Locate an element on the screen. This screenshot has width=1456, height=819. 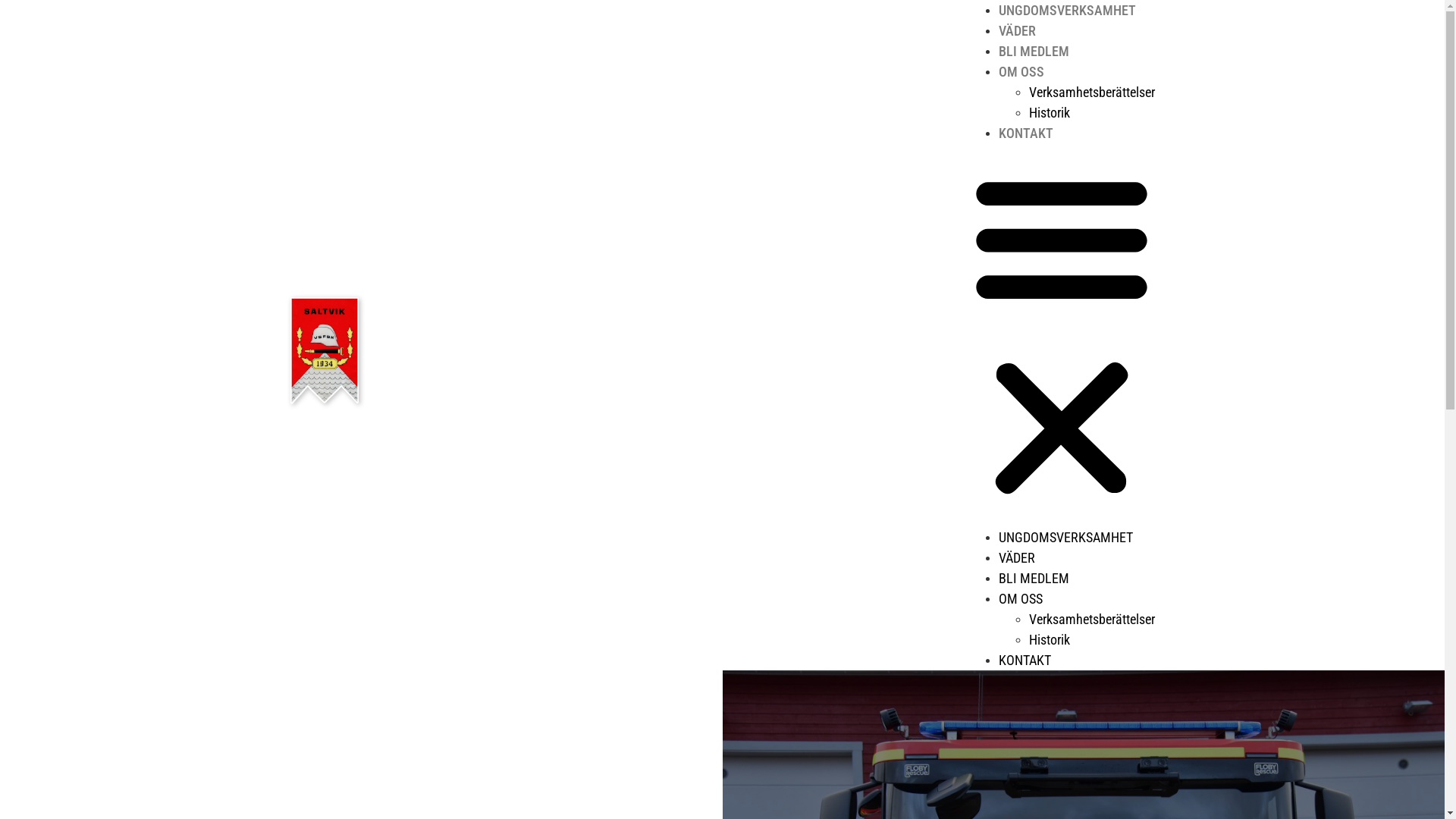
'UNGDOMSVERKSAMHET' is located at coordinates (1065, 10).